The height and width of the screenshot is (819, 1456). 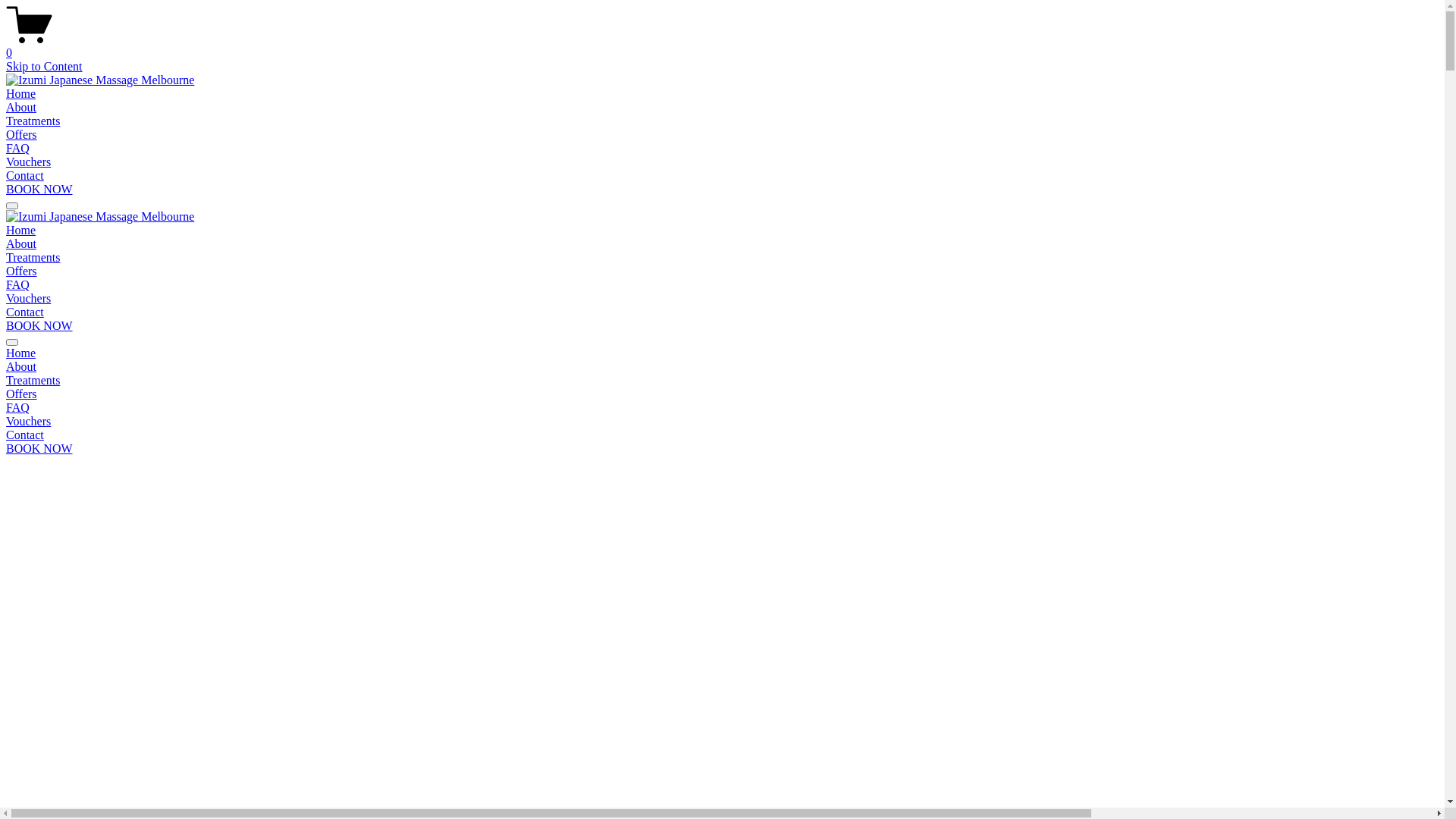 I want to click on 'Home', so click(x=20, y=93).